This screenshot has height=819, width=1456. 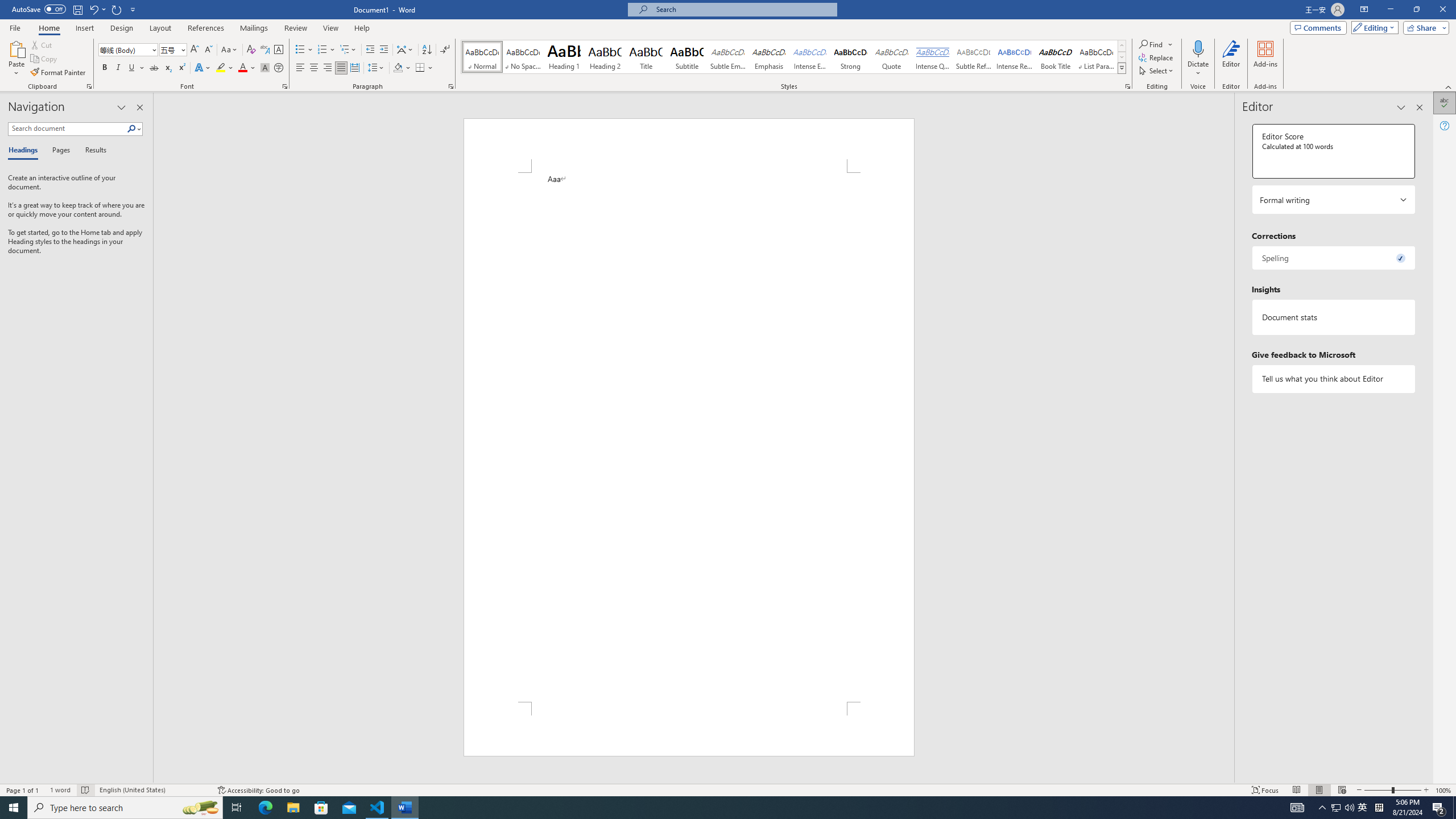 What do you see at coordinates (445, 49) in the screenshot?
I see `'Show/Hide Editing Marks'` at bounding box center [445, 49].